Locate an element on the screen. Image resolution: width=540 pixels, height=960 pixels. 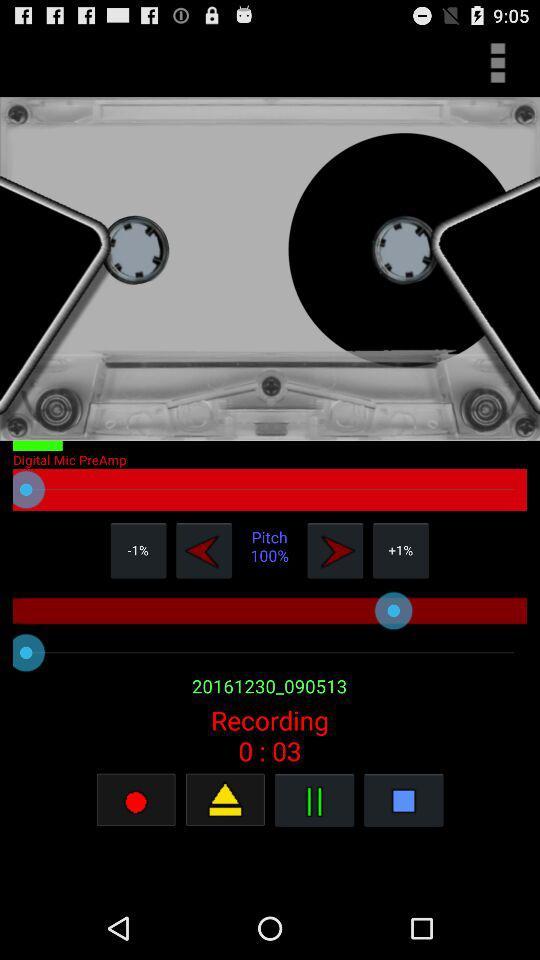
pitch down is located at coordinates (203, 550).